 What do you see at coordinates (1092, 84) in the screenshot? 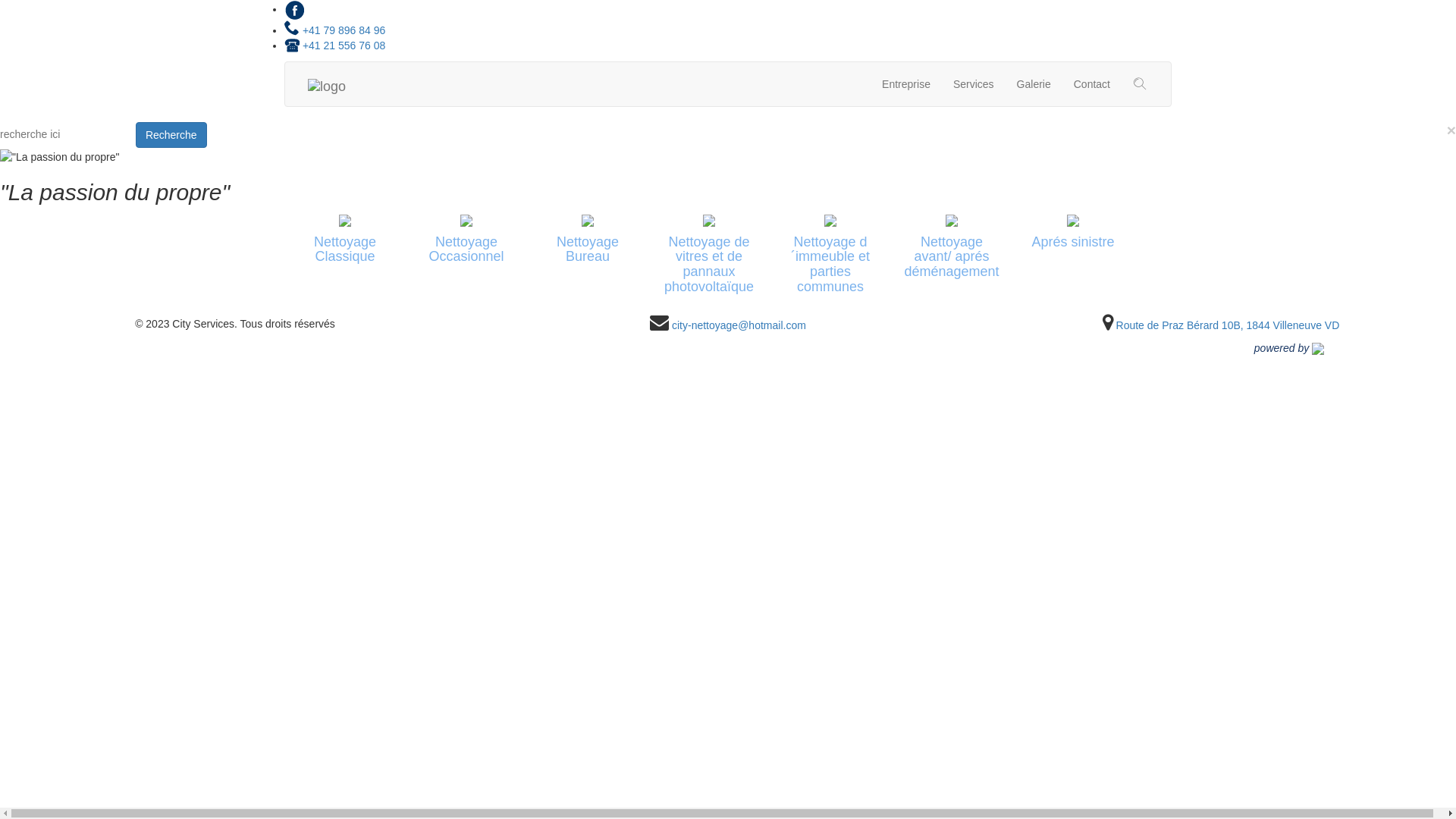
I see `'Contact'` at bounding box center [1092, 84].